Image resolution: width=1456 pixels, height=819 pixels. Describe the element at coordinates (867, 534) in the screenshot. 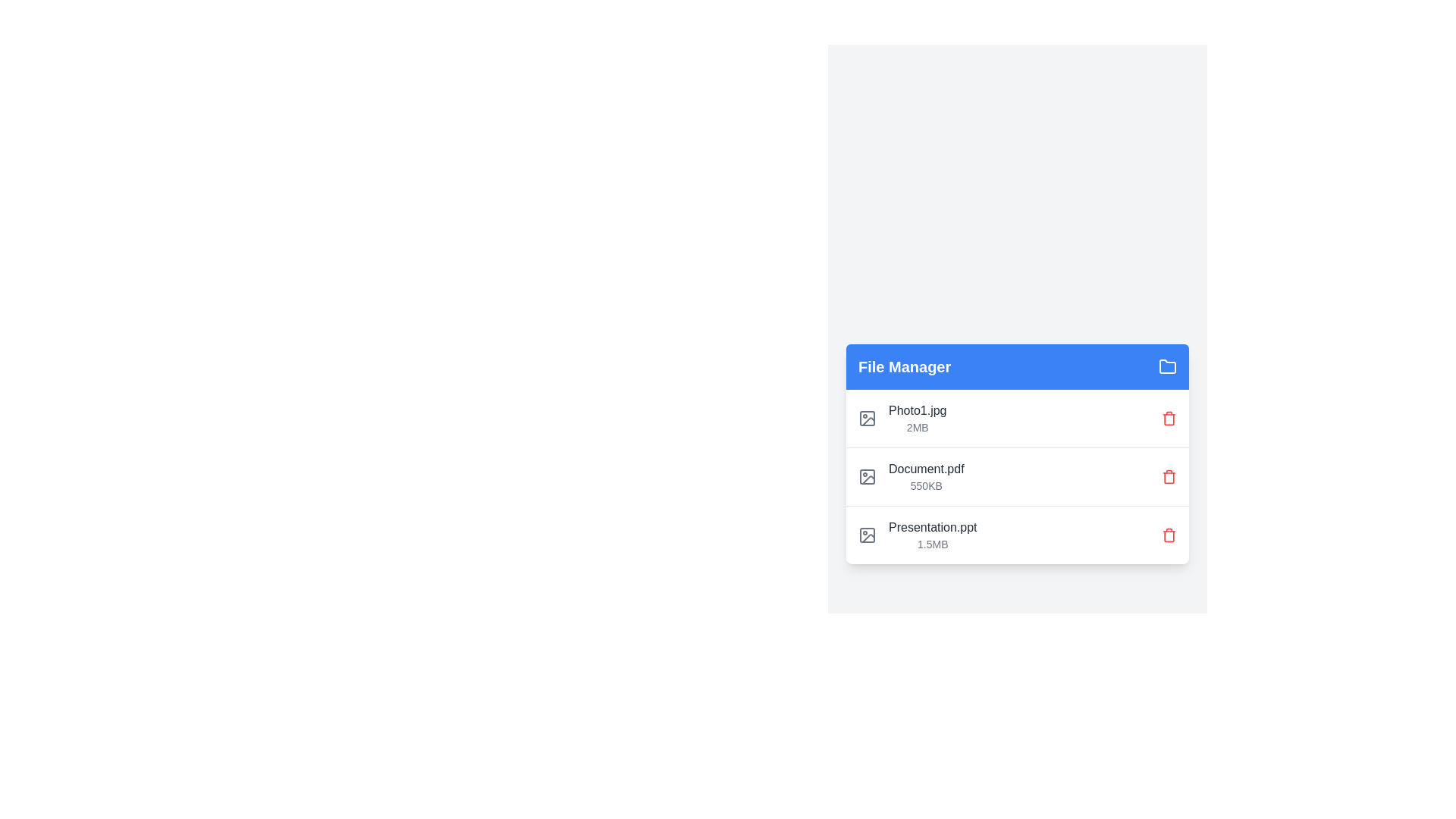

I see `the image or presentation file type icon located to the left of the text 'Presentation.ppt' in the file listing interface` at that location.